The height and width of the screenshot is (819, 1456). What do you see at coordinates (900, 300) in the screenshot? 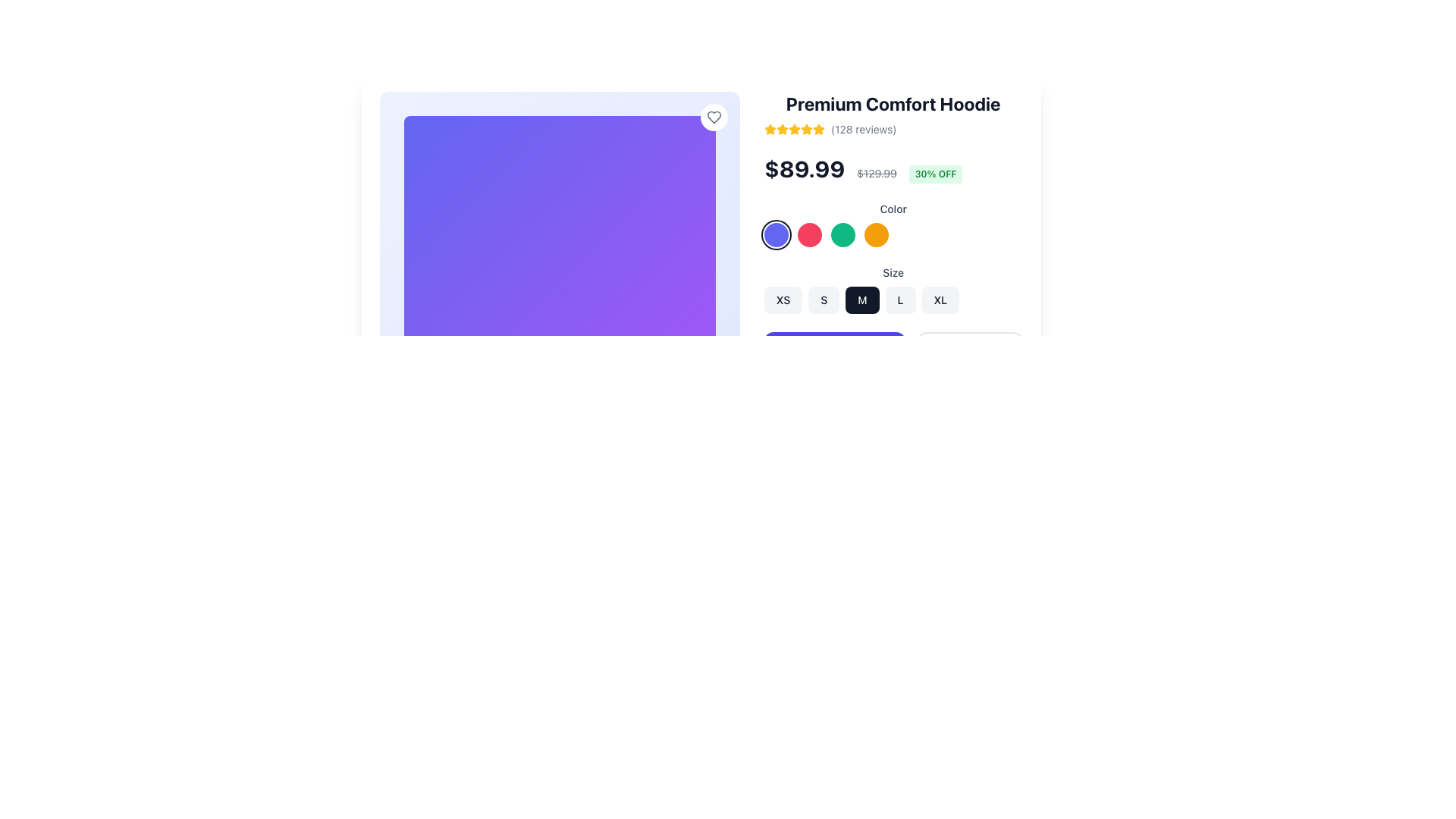
I see `the 'L' size button located in the 'Size' section, which is the fourth option among the size buttons labeled 'XS', 'S', 'M', 'L', and 'XL'` at bounding box center [900, 300].